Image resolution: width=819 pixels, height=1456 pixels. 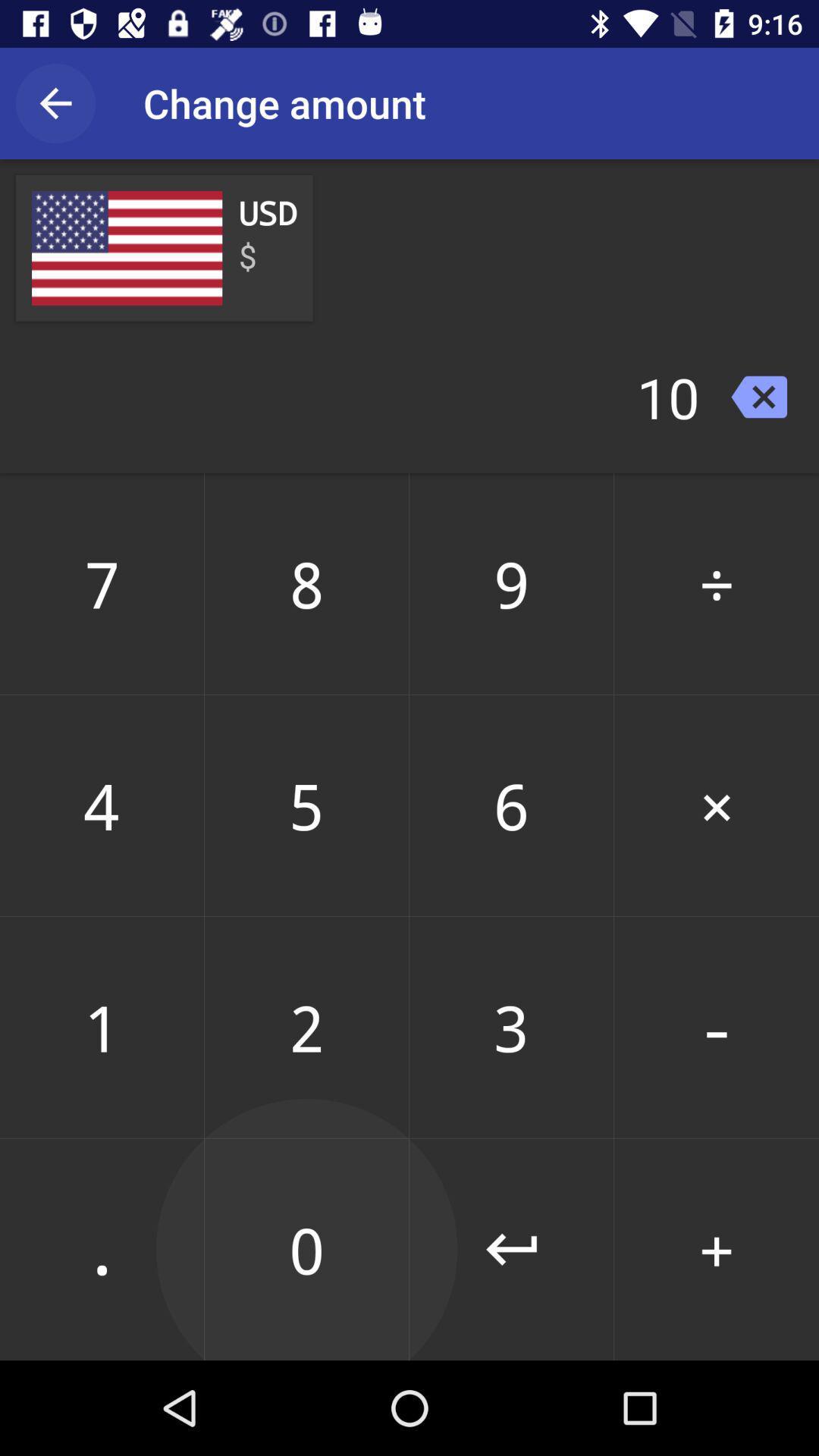 I want to click on the item below 8 icon, so click(x=511, y=805).